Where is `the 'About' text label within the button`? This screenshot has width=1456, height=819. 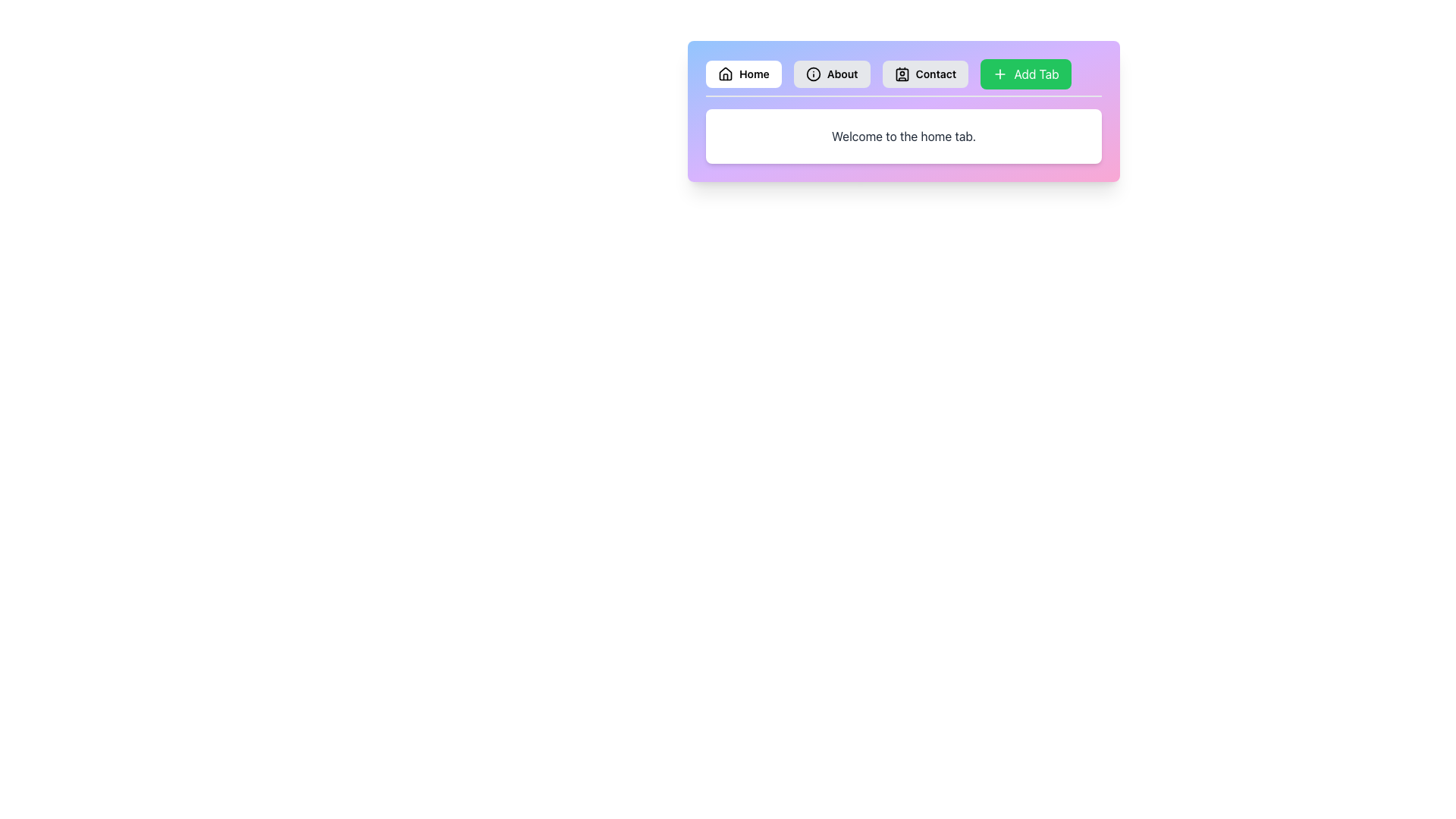 the 'About' text label within the button is located at coordinates (842, 74).